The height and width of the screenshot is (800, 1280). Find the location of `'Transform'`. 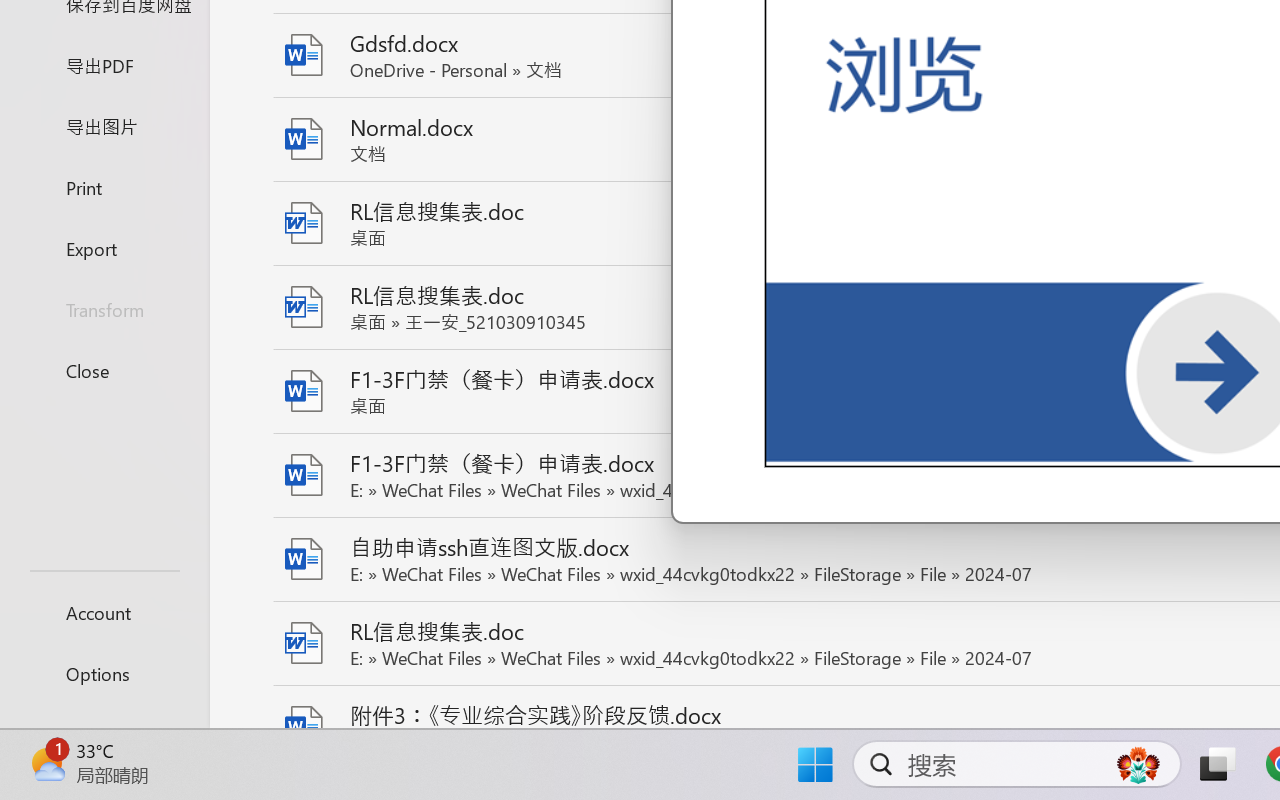

'Transform' is located at coordinates (103, 308).